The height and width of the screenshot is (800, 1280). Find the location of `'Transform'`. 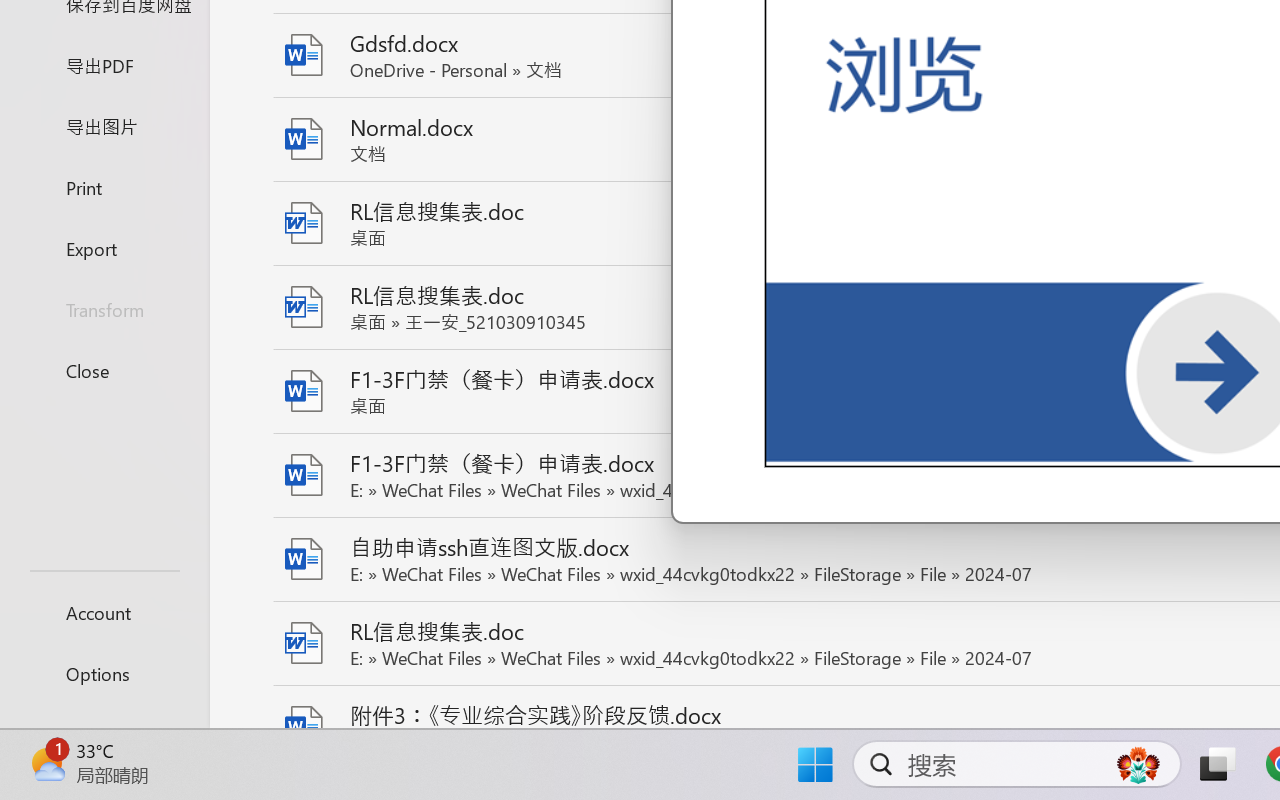

'Transform' is located at coordinates (103, 308).